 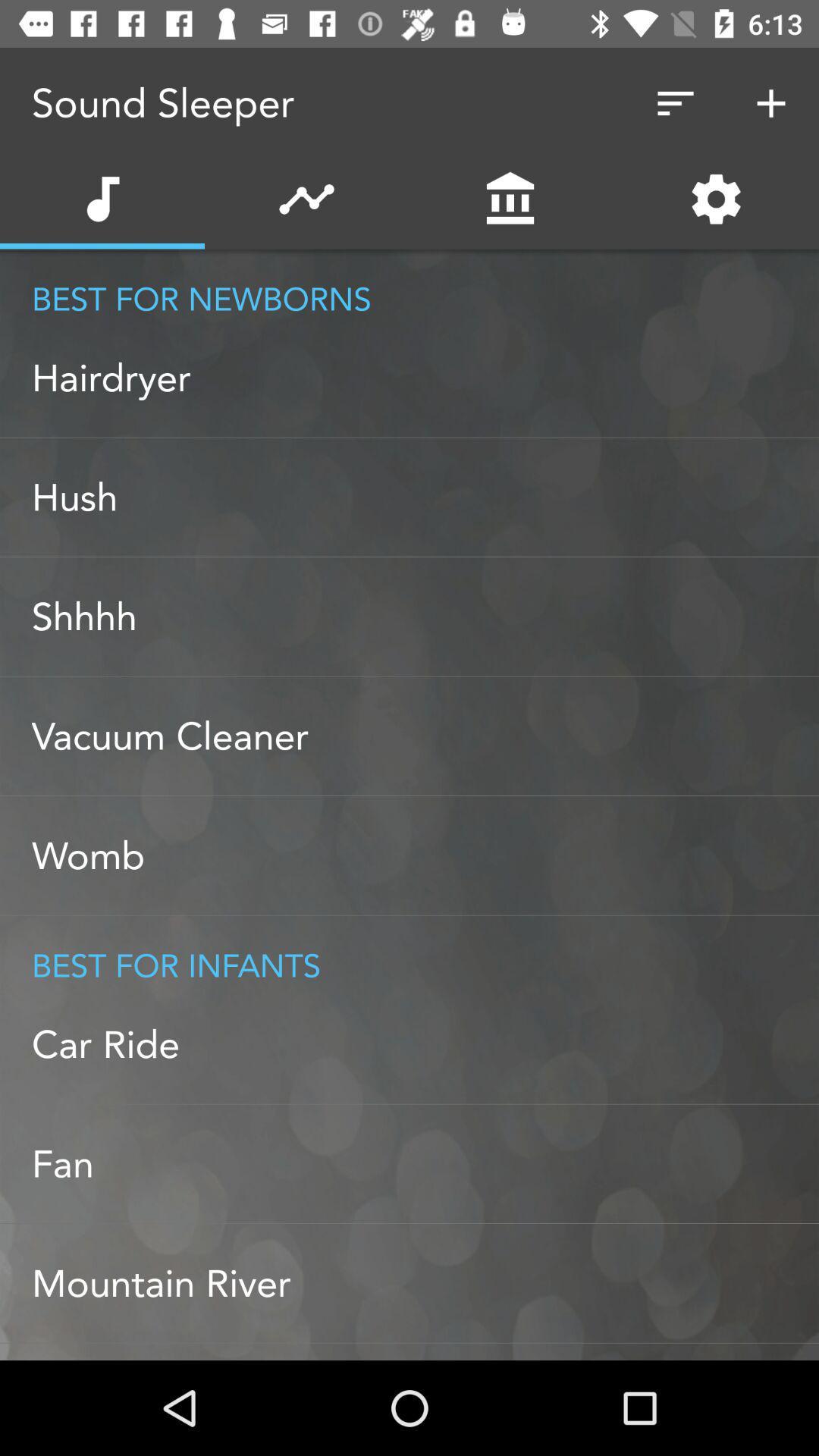 What do you see at coordinates (675, 102) in the screenshot?
I see `icon next to the sound sleeper icon` at bounding box center [675, 102].